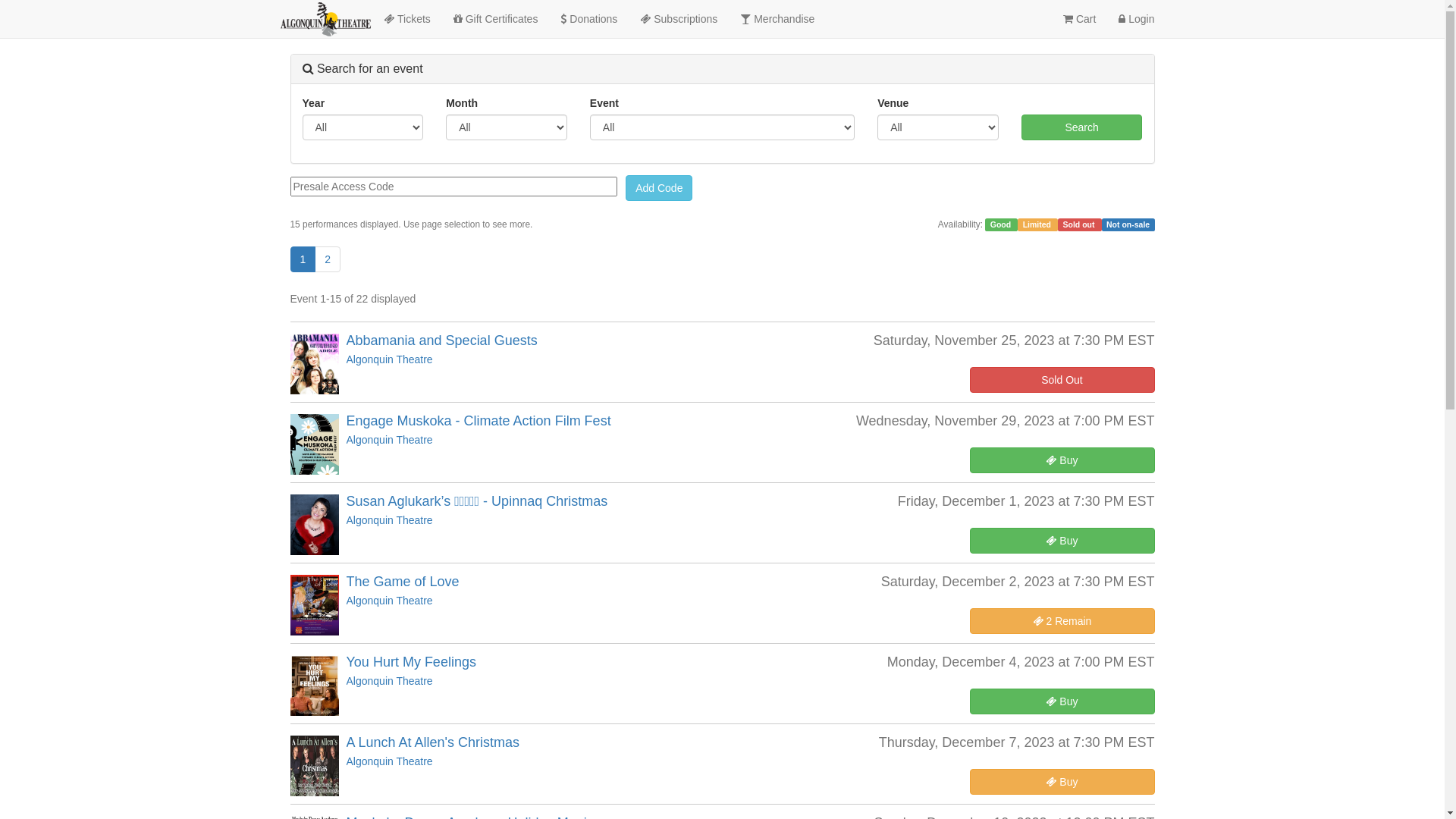 The height and width of the screenshot is (819, 1456). Describe the element at coordinates (1061, 459) in the screenshot. I see `'Buy'` at that location.